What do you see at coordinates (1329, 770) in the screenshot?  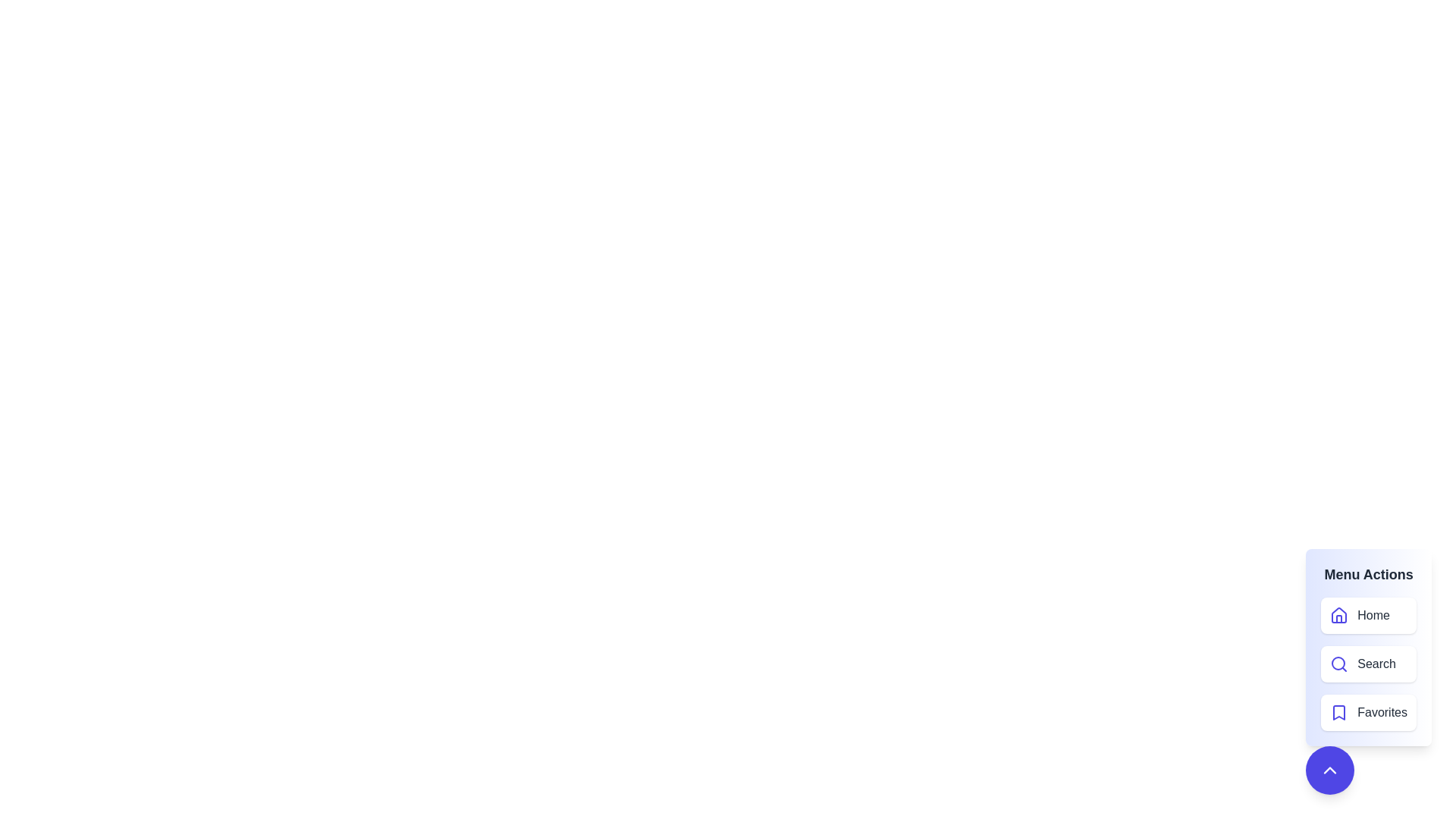 I see `button with the upward chevron icon to collapse the menu` at bounding box center [1329, 770].